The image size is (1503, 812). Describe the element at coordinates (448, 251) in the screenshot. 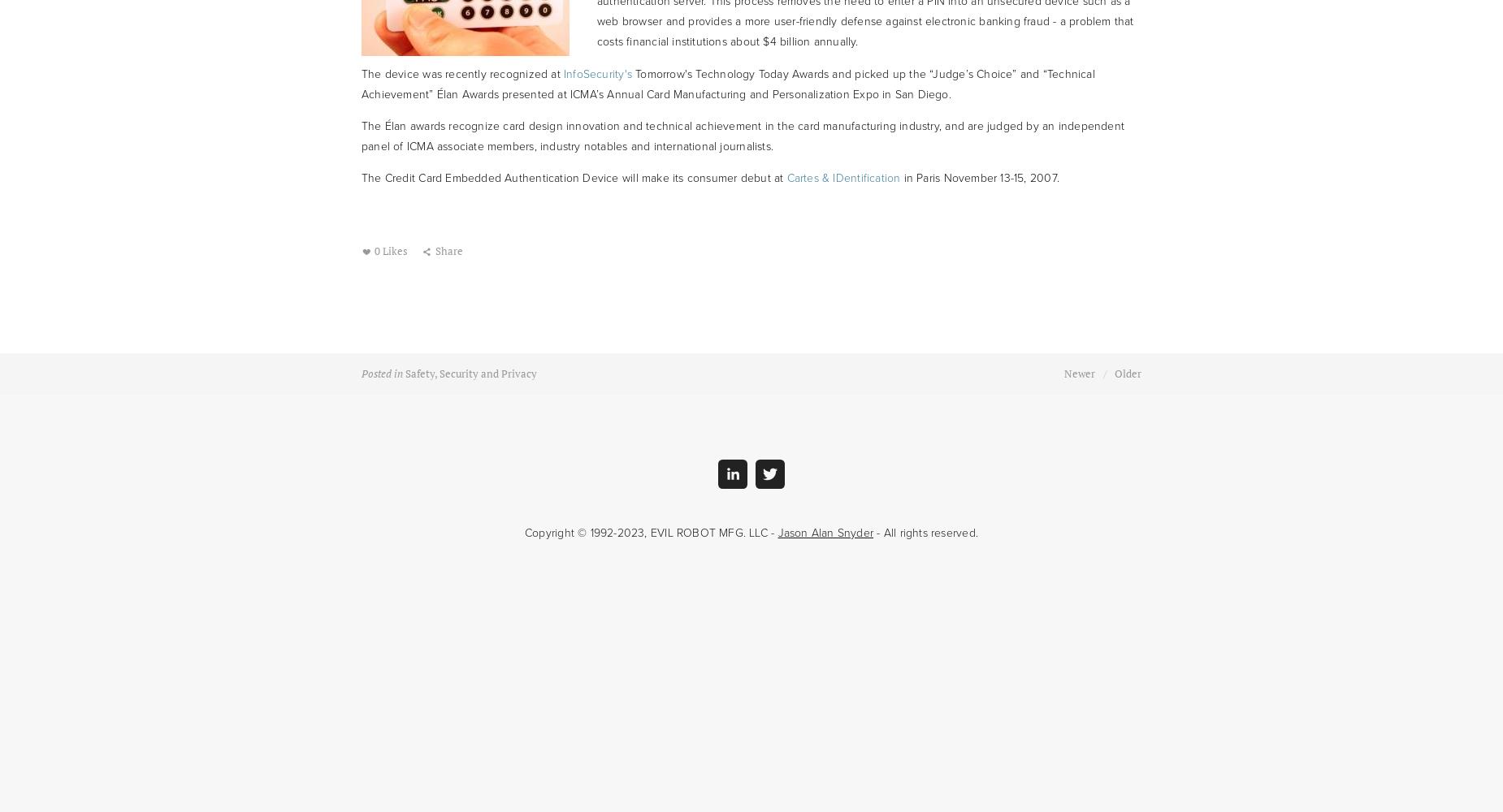

I see `'Share'` at that location.